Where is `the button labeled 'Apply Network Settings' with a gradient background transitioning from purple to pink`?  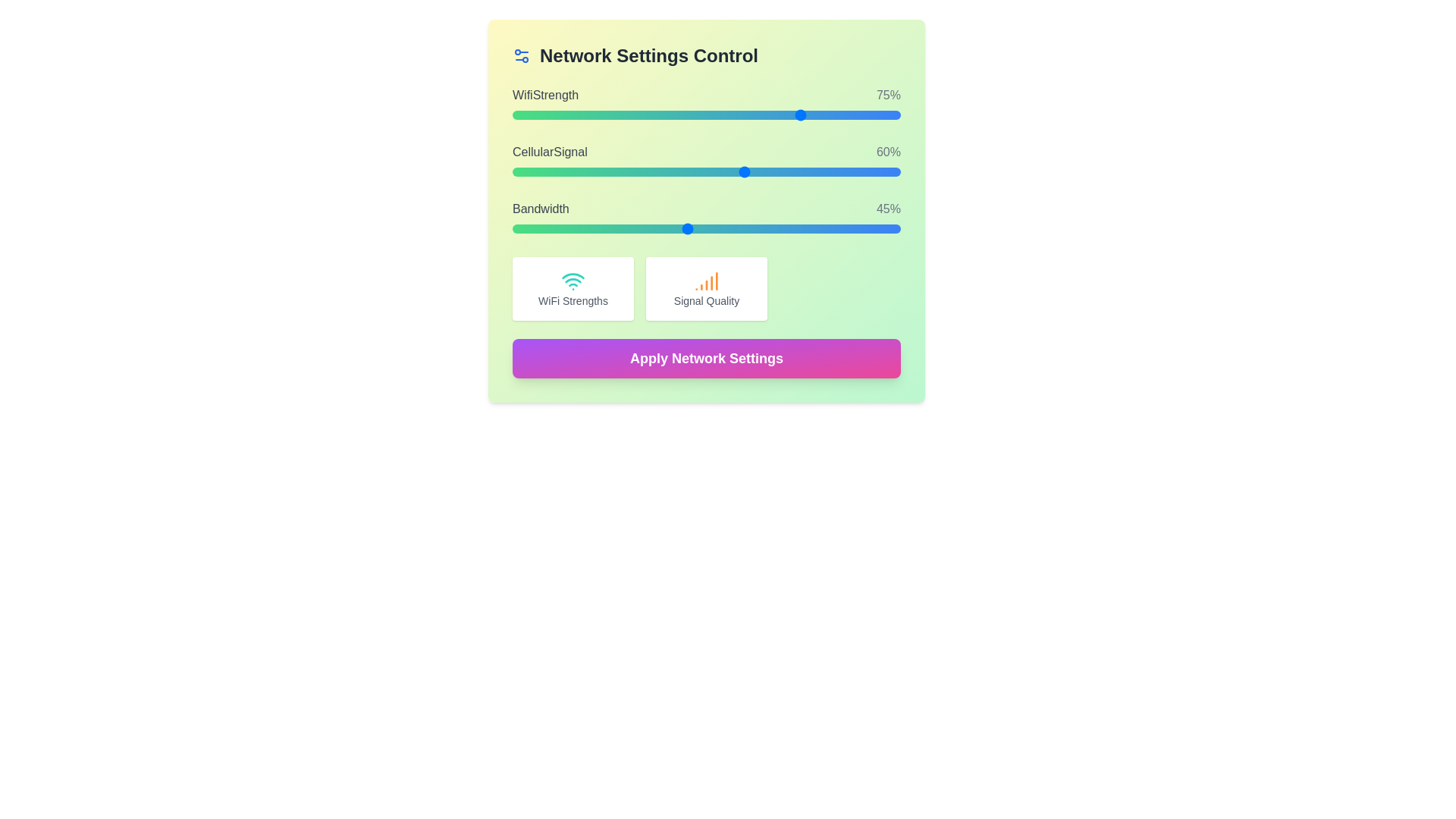
the button labeled 'Apply Network Settings' with a gradient background transitioning from purple to pink is located at coordinates (705, 359).